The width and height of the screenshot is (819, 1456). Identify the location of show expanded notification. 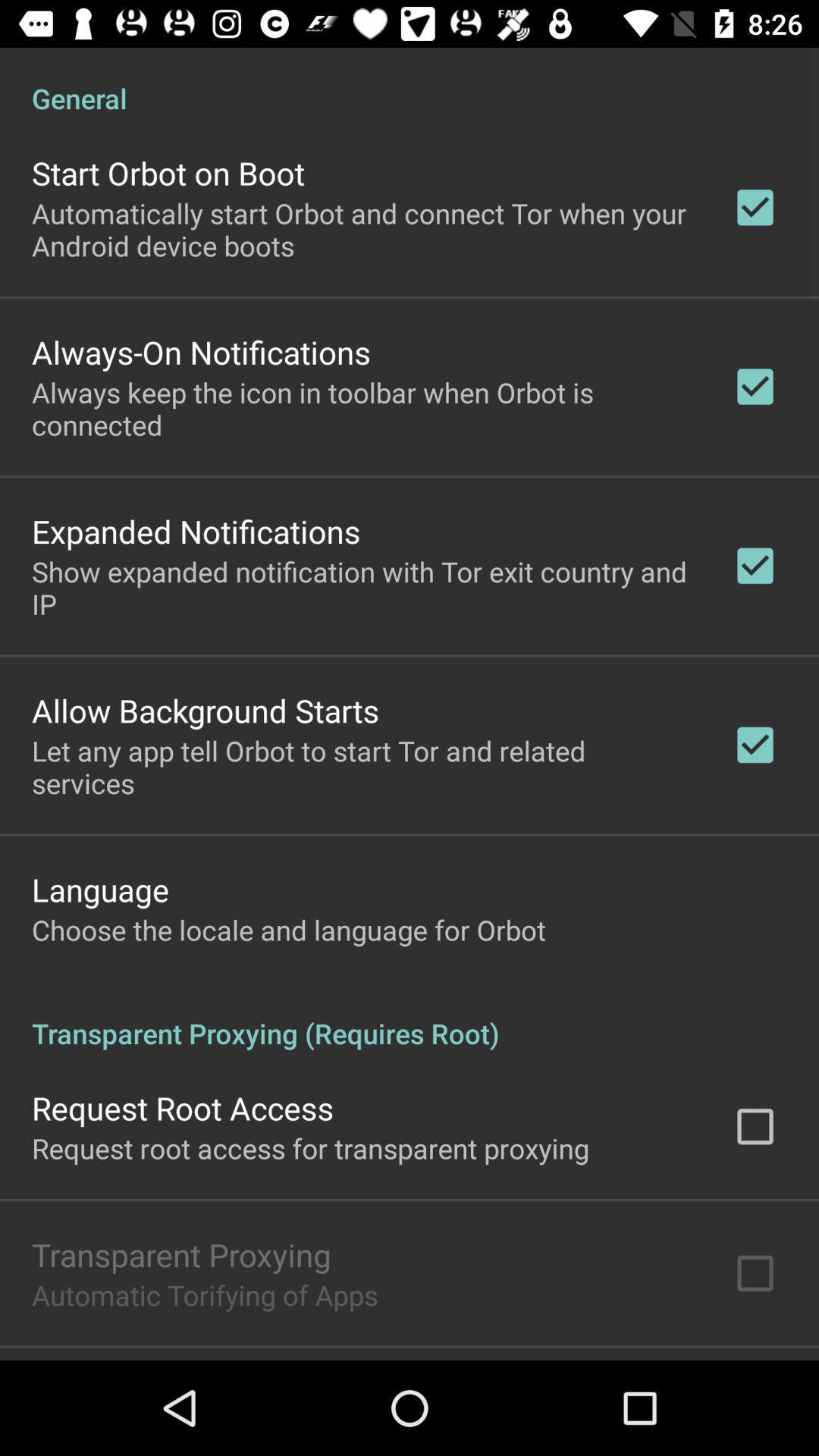
(362, 587).